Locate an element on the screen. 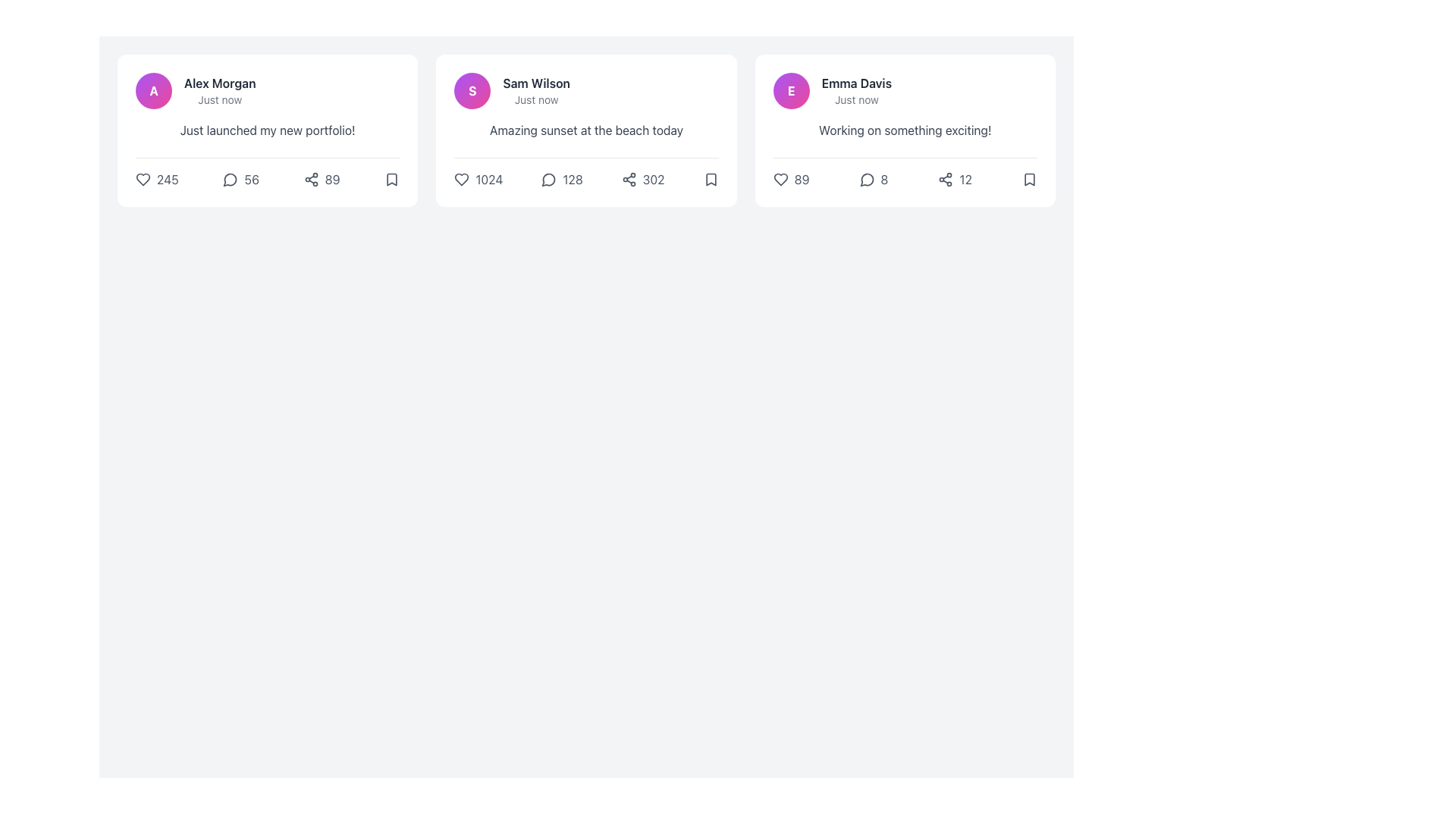 This screenshot has height=819, width=1456. the Avatar icon representing 'Emma Davis' is located at coordinates (790, 90).